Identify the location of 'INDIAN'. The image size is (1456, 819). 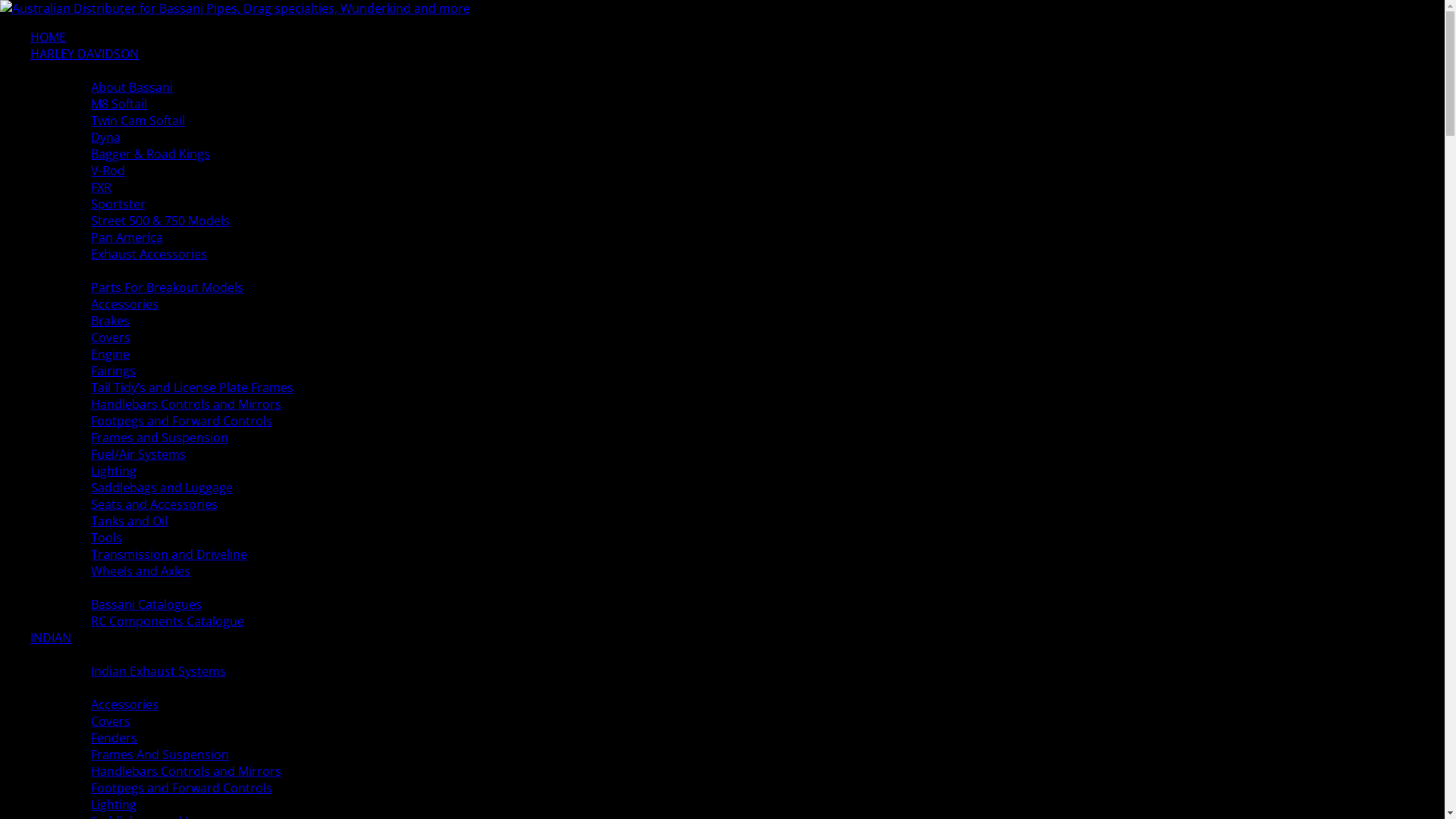
(51, 637).